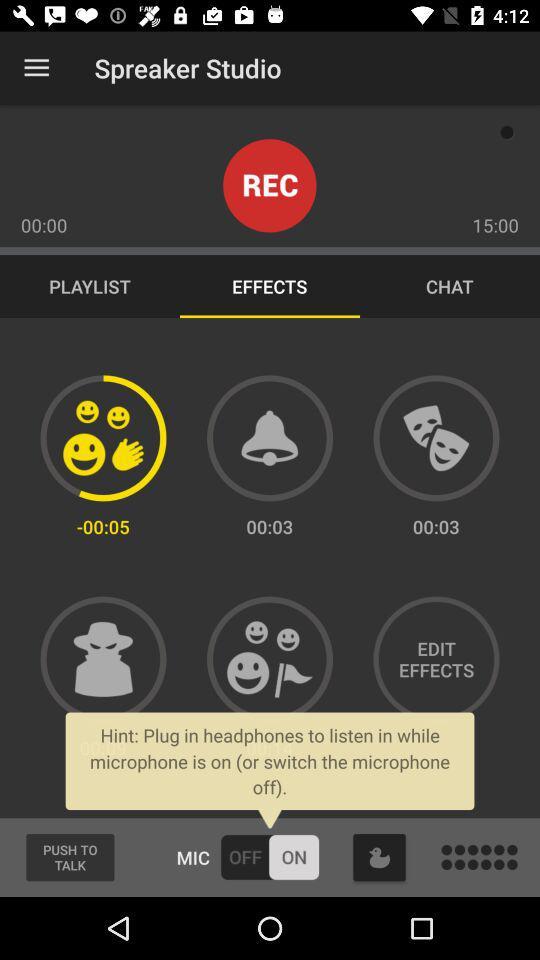 The height and width of the screenshot is (960, 540). What do you see at coordinates (269, 185) in the screenshot?
I see `record` at bounding box center [269, 185].